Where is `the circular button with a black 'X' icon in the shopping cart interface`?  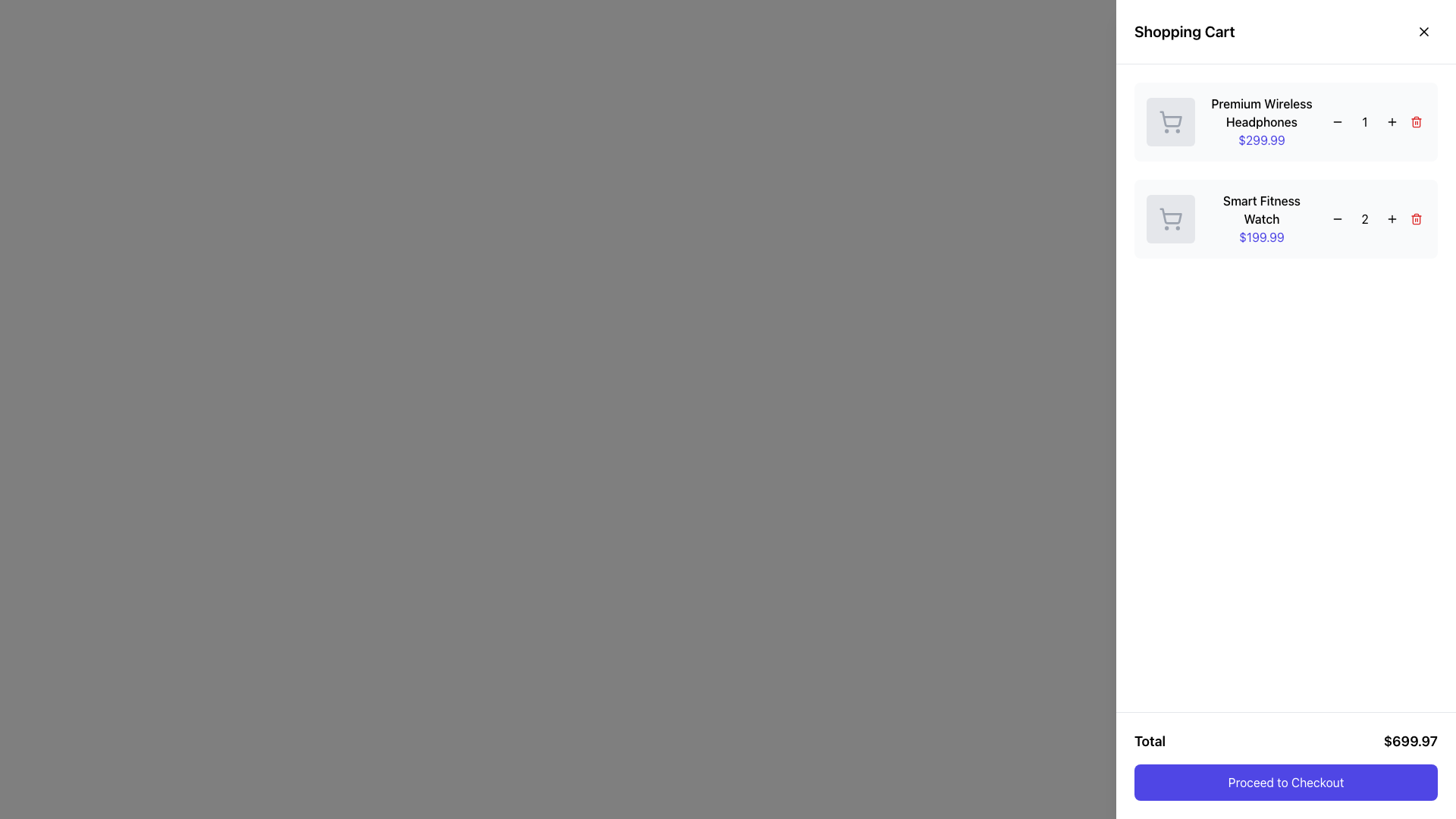 the circular button with a black 'X' icon in the shopping cart interface is located at coordinates (1423, 32).